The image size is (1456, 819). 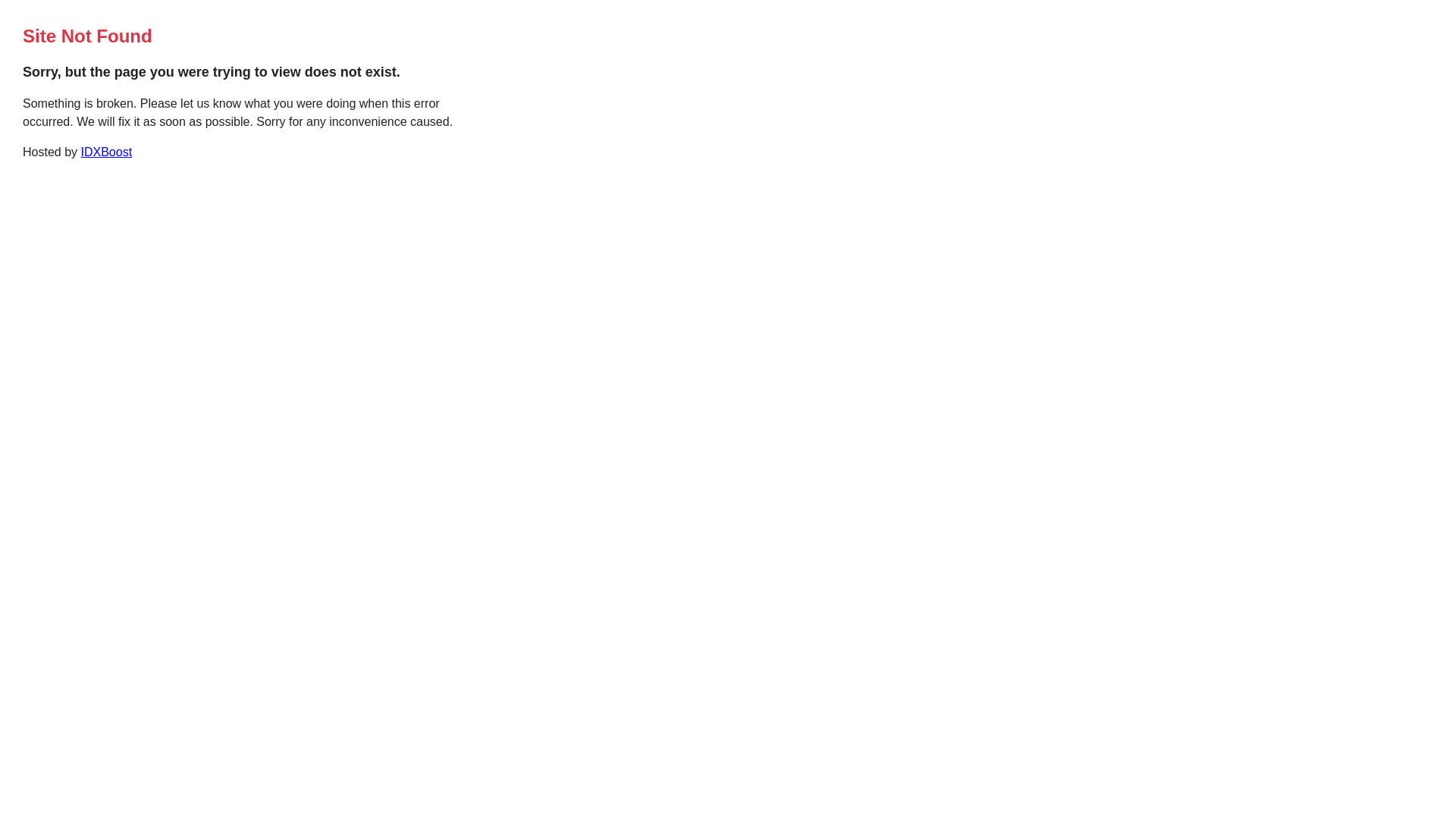 I want to click on 'IDXBoost', so click(x=79, y=152).